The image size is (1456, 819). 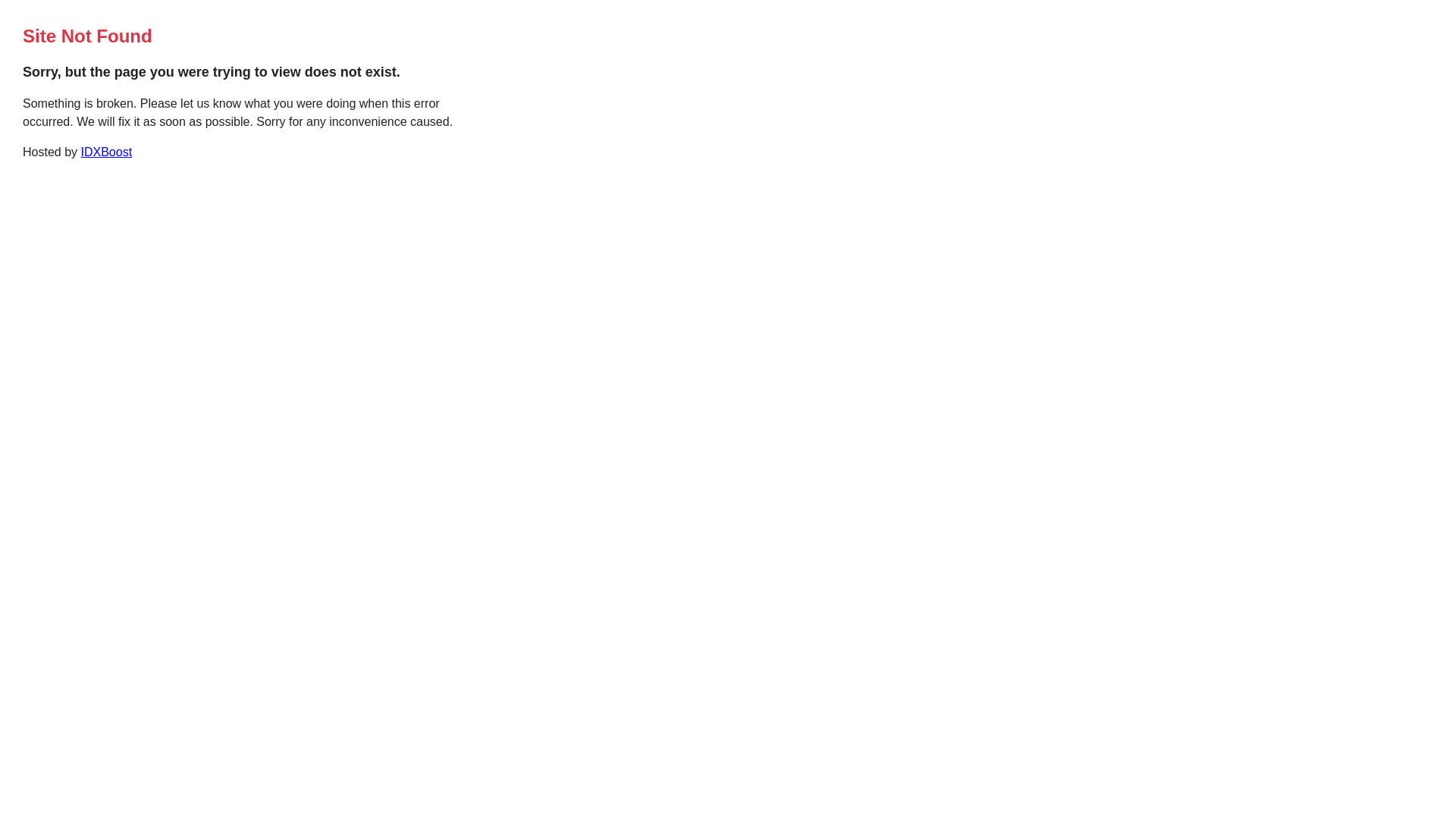 I want to click on 'IDXBoost', so click(x=79, y=152).